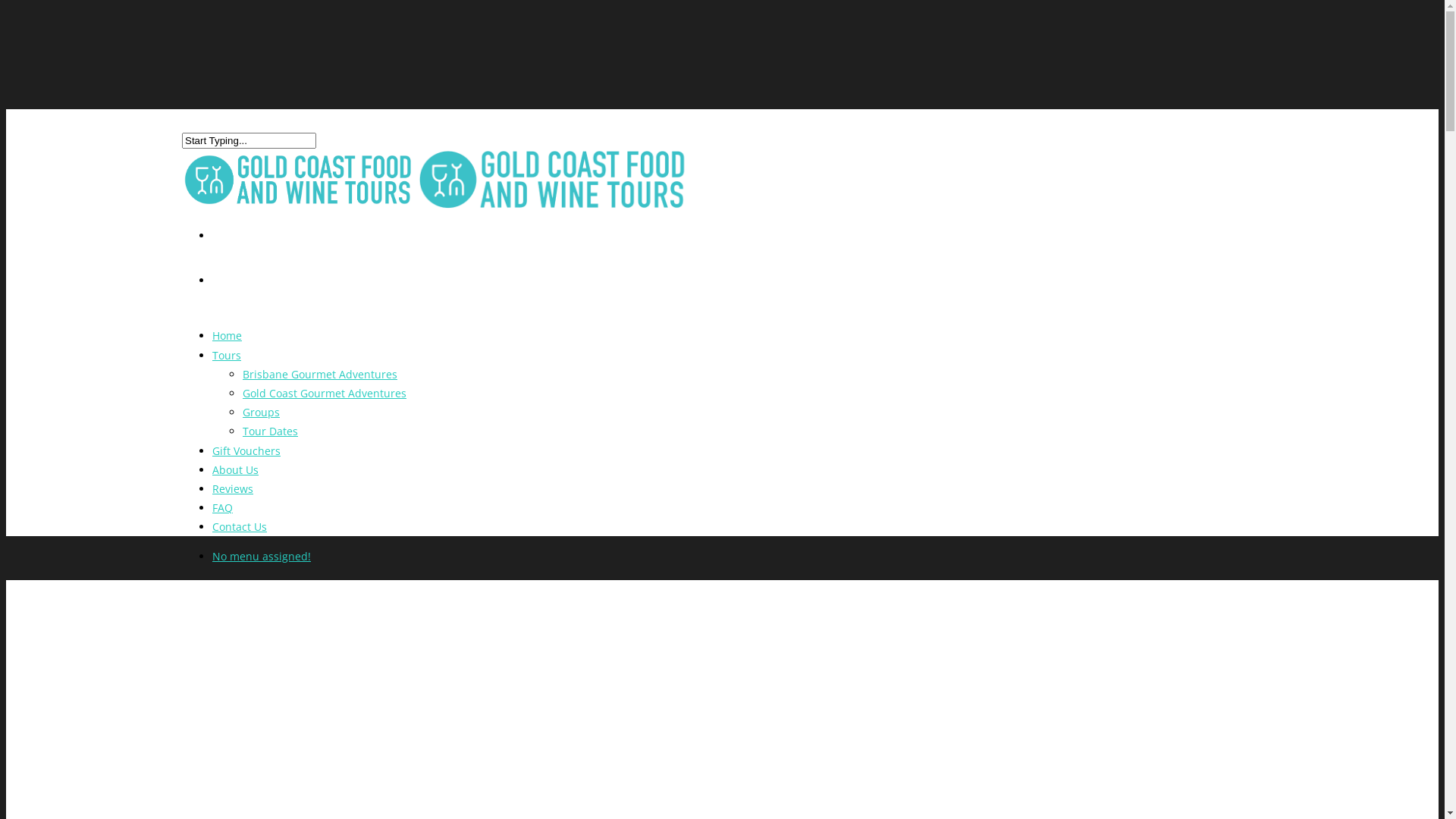 The height and width of the screenshot is (819, 1456). Describe the element at coordinates (270, 431) in the screenshot. I see `'Tour Dates'` at that location.